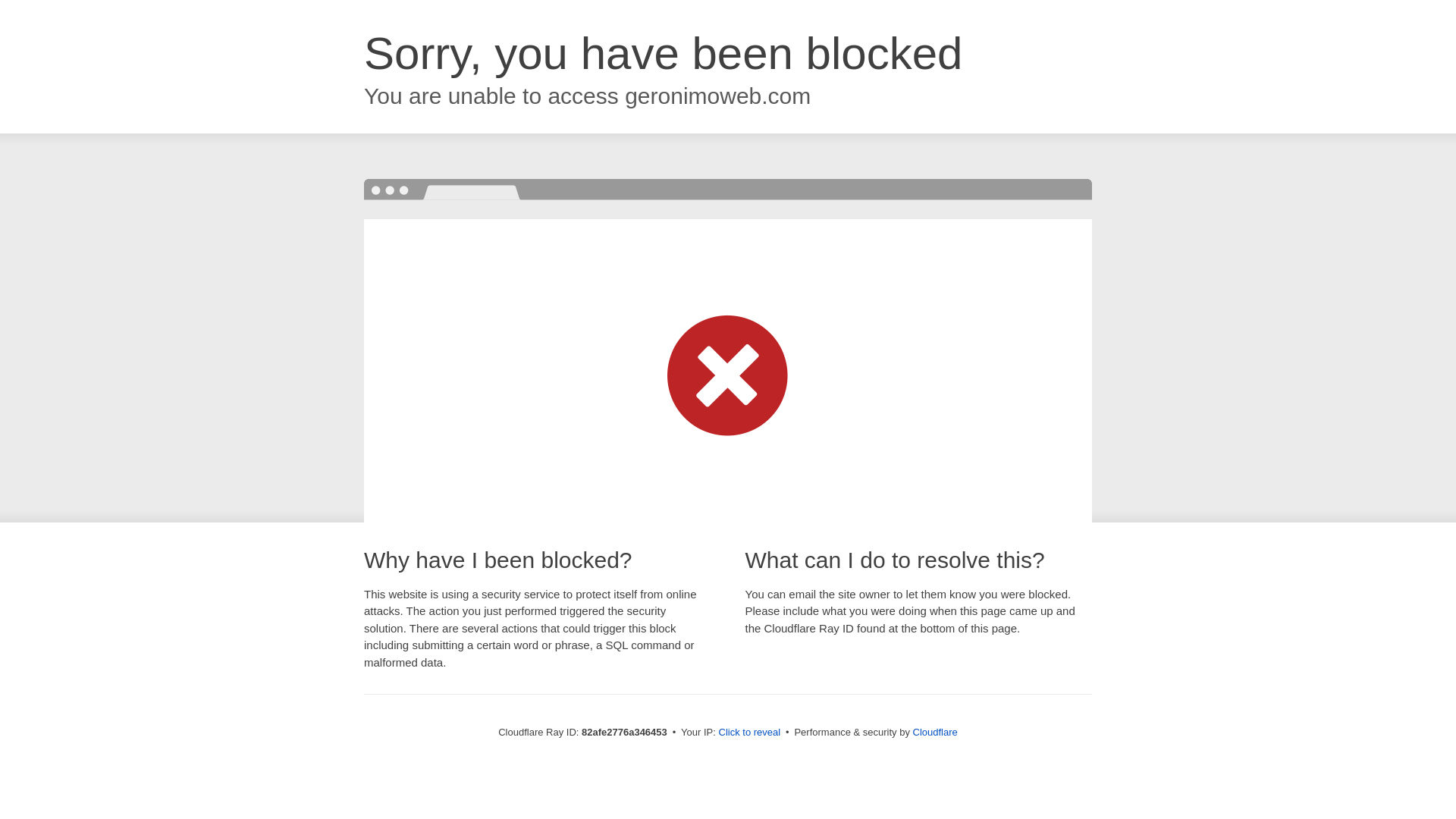 This screenshot has width=1456, height=819. Describe the element at coordinates (912, 731) in the screenshot. I see `'Cloudflare'` at that location.